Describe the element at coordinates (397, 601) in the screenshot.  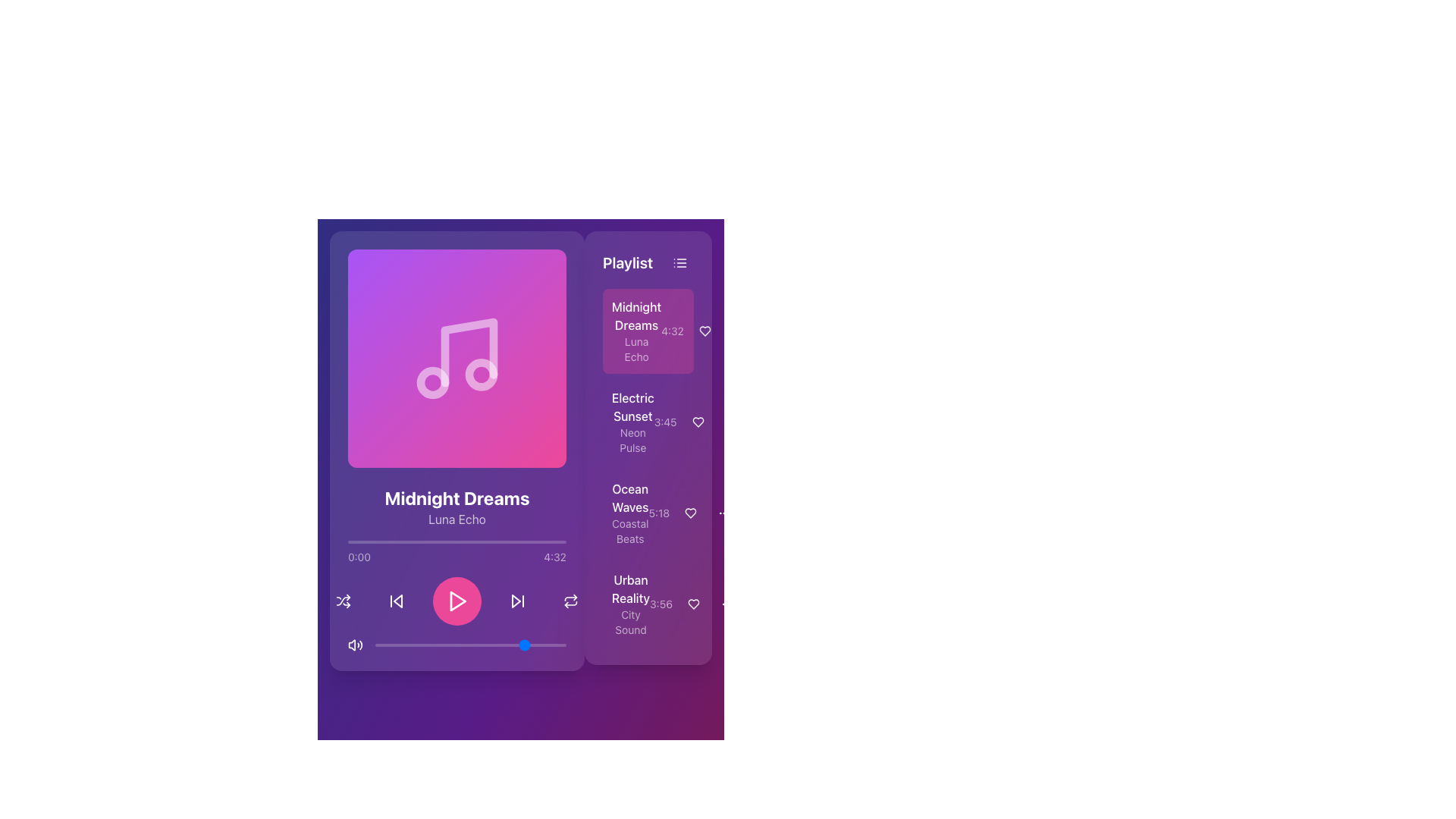
I see `the leftward pointing triangle of the skip-backward icon` at that location.